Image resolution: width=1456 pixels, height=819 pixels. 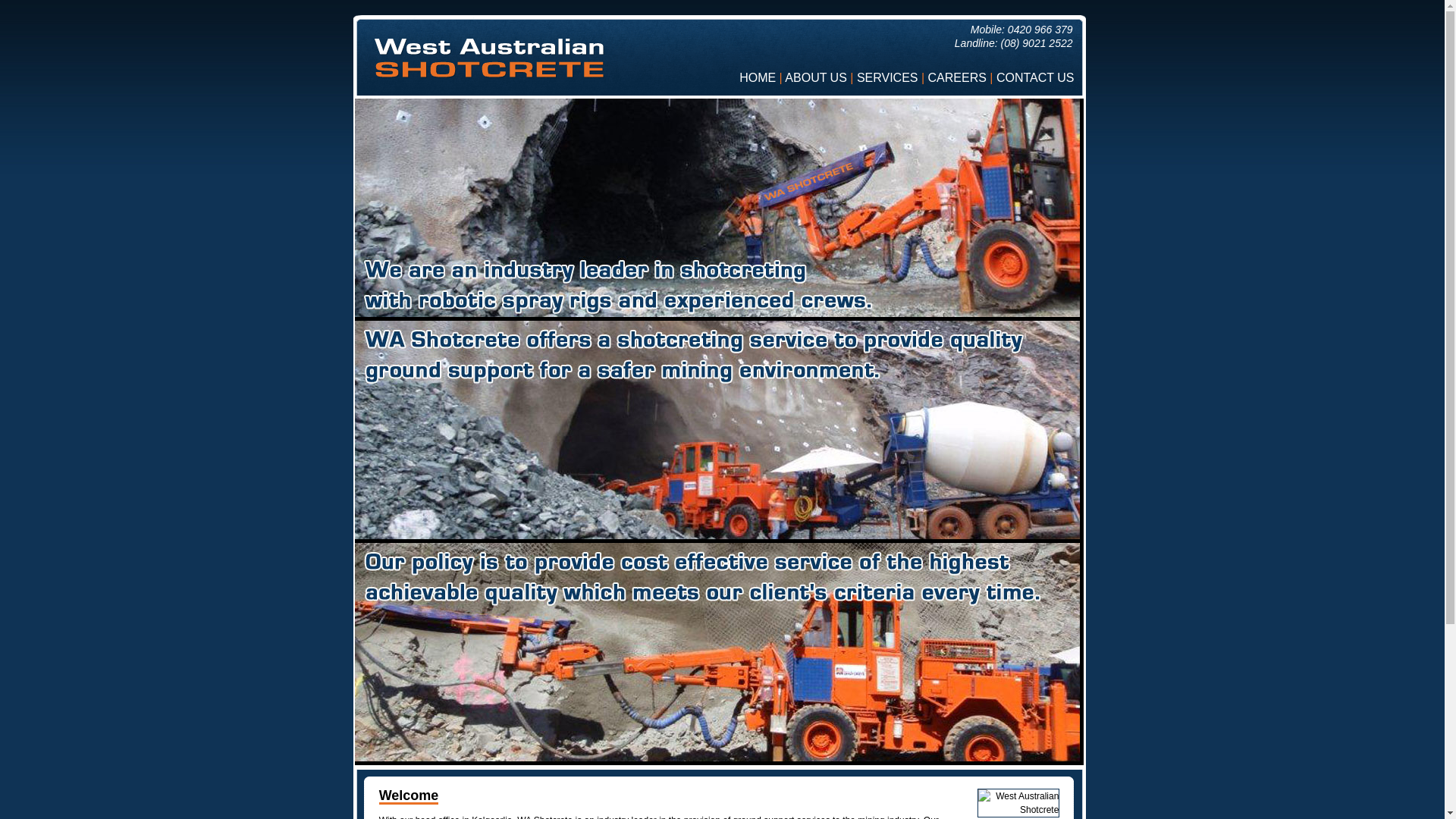 I want to click on 'HOME', so click(x=757, y=77).